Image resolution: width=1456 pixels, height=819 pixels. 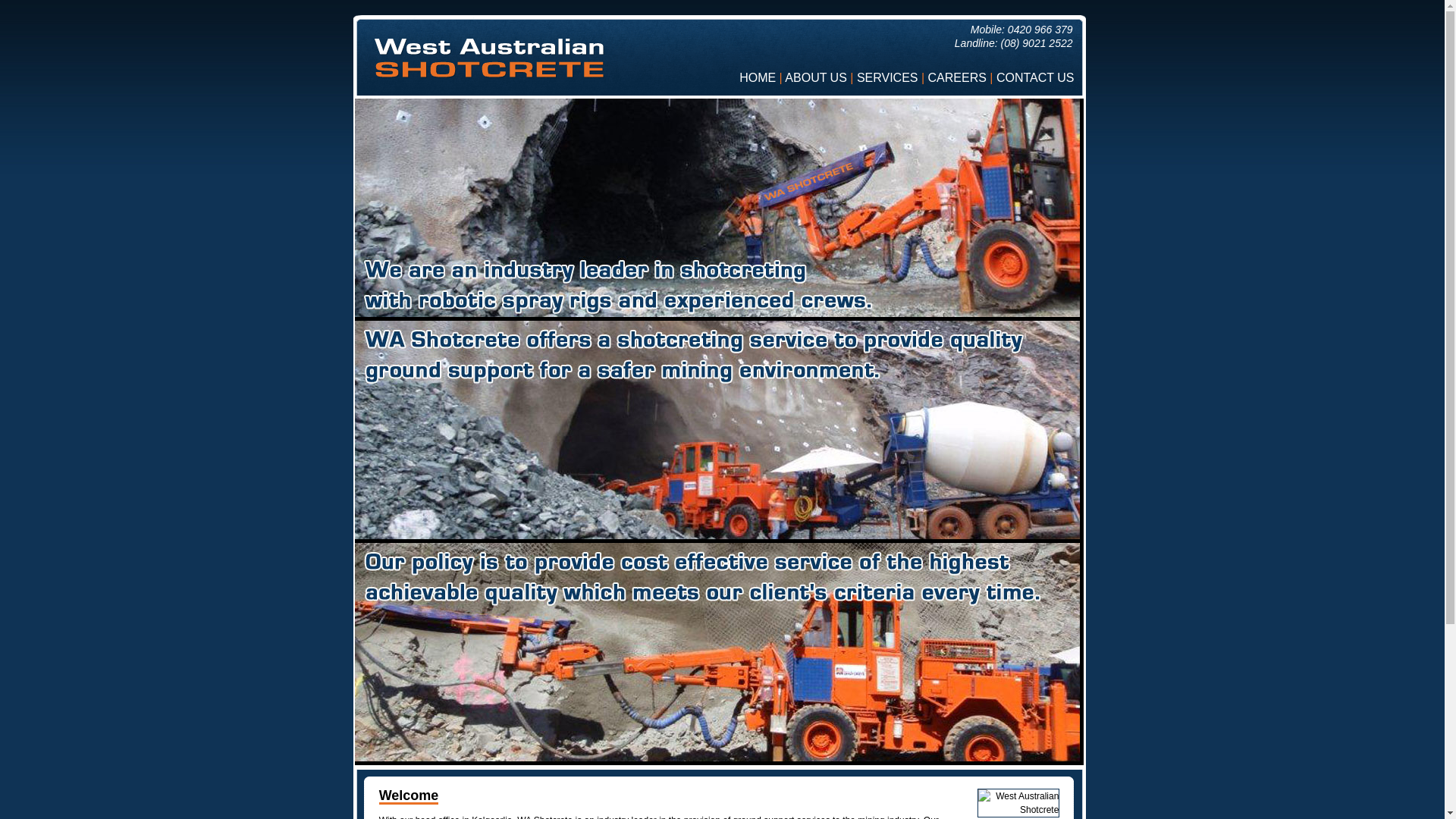 I want to click on 'HOME', so click(x=757, y=77).